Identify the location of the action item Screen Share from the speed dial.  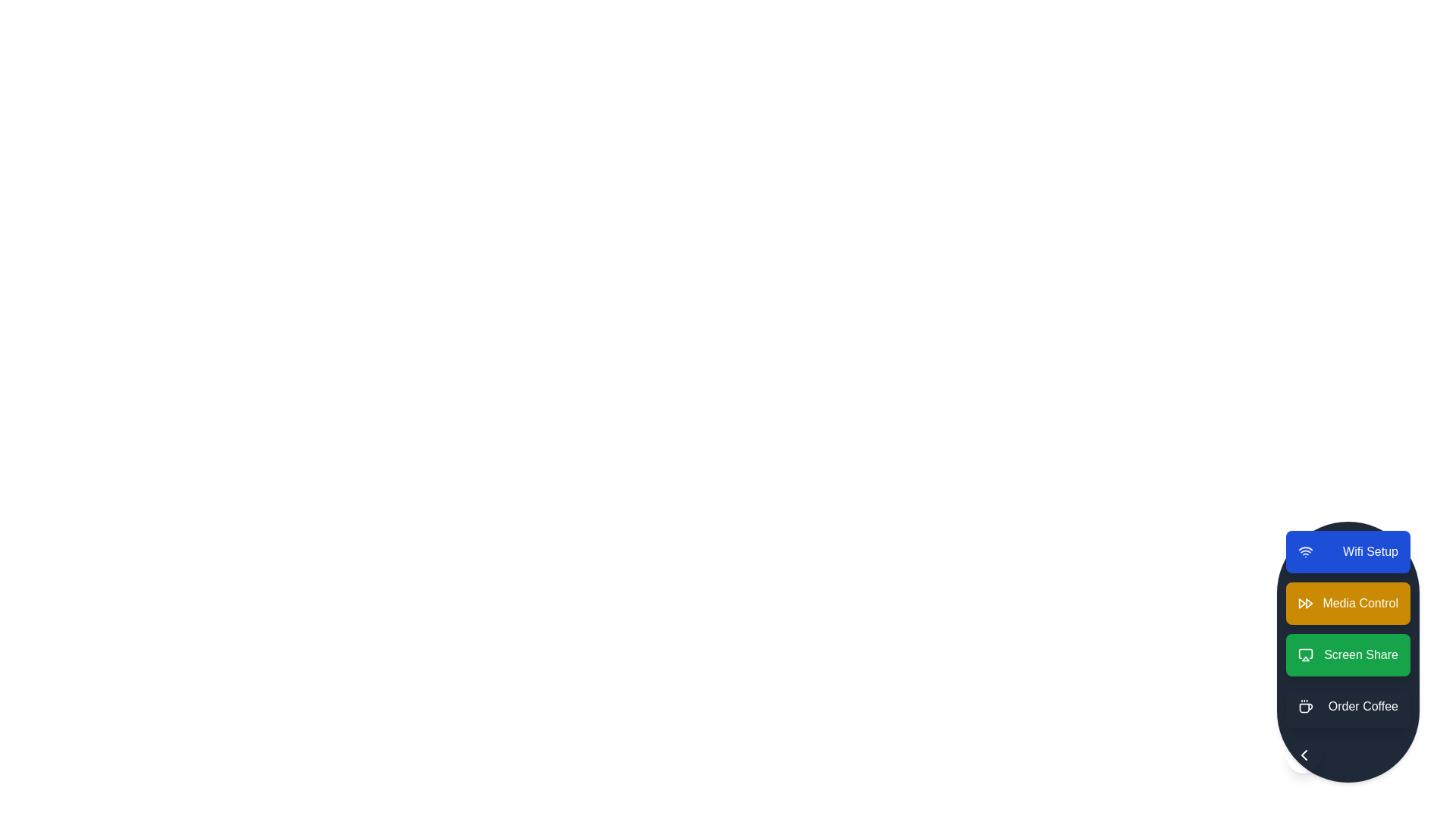
(1348, 654).